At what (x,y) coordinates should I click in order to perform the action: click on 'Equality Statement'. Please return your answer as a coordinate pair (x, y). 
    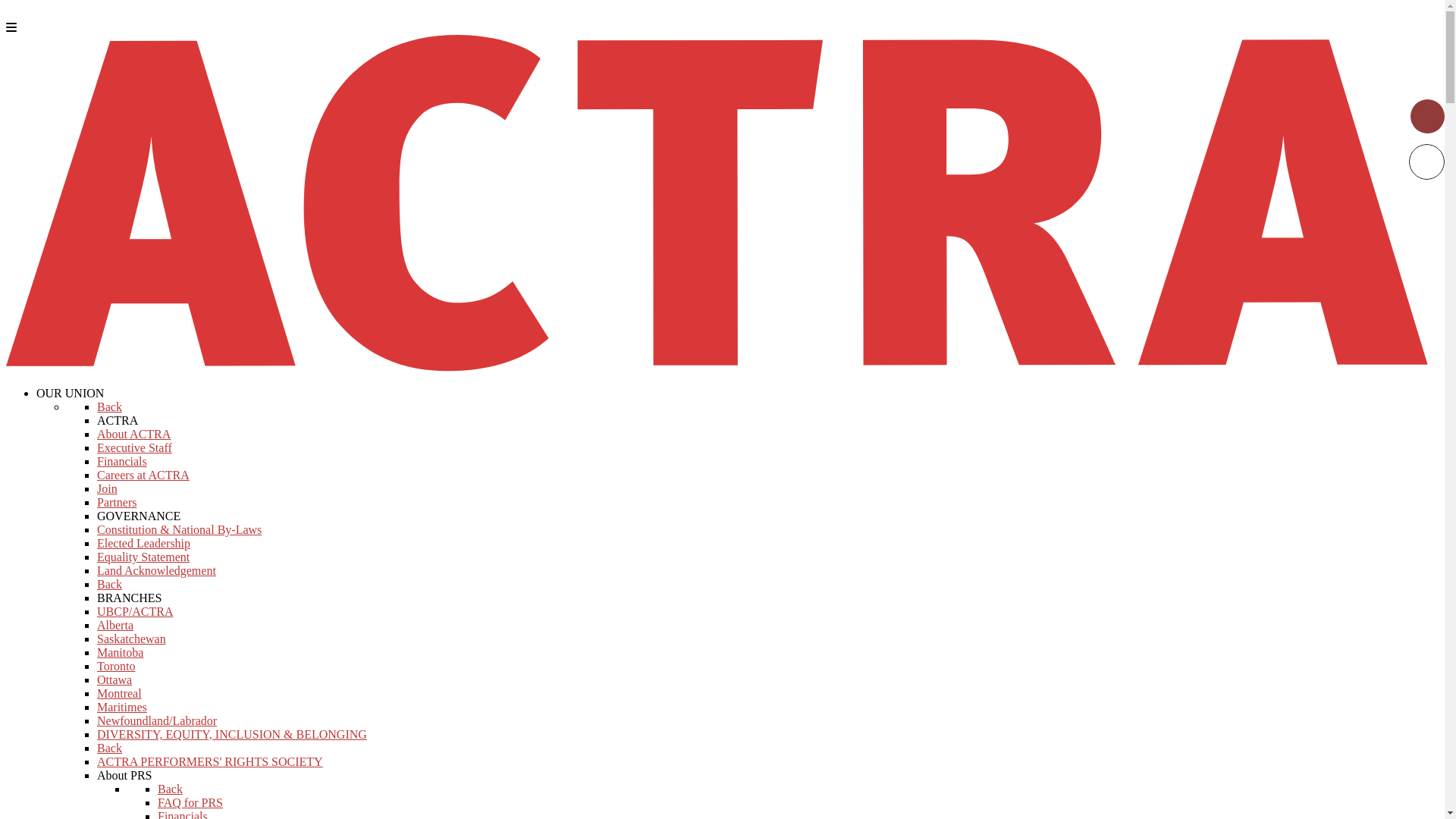
    Looking at the image, I should click on (143, 557).